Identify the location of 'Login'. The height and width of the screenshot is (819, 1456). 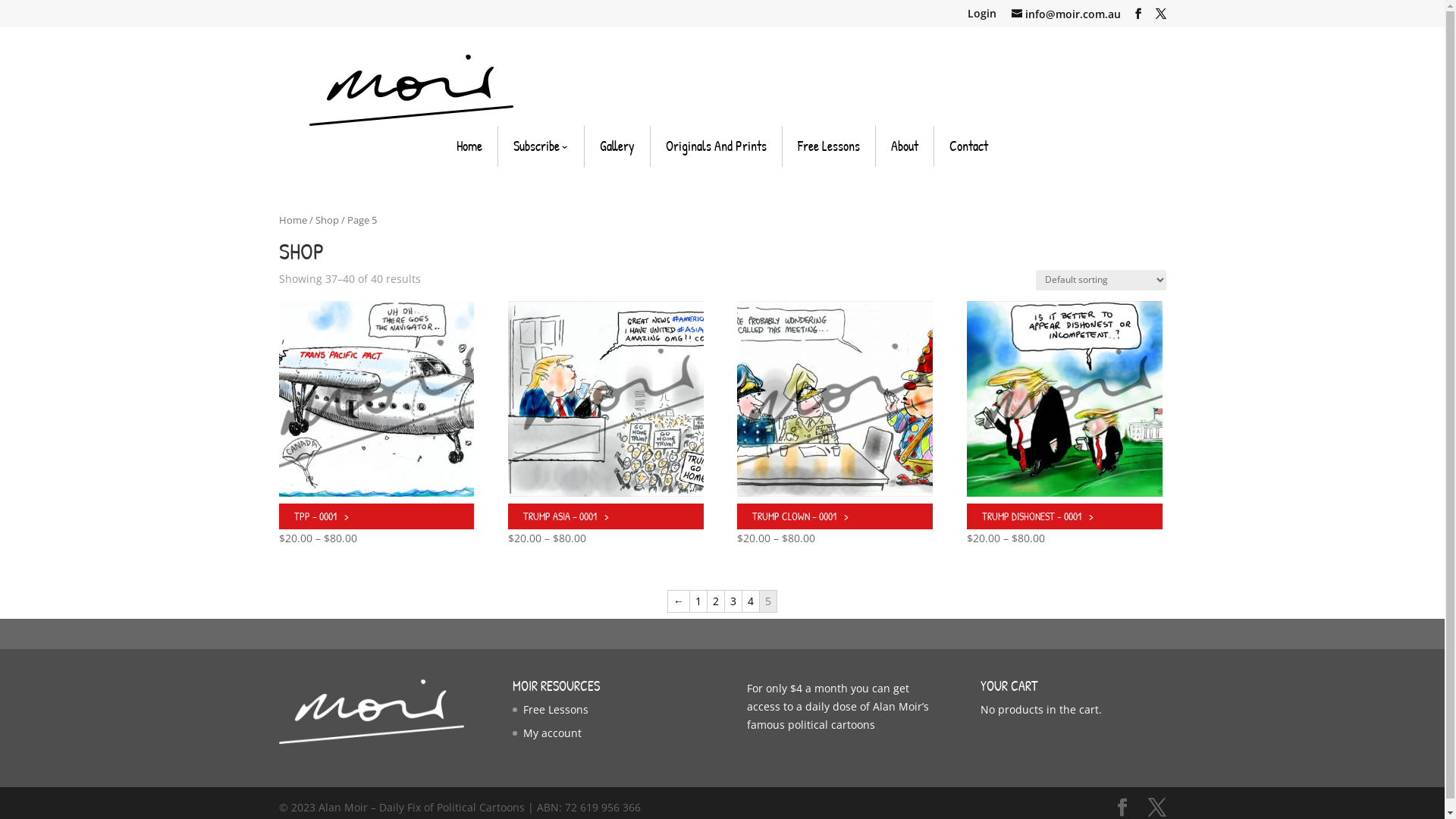
(982, 13).